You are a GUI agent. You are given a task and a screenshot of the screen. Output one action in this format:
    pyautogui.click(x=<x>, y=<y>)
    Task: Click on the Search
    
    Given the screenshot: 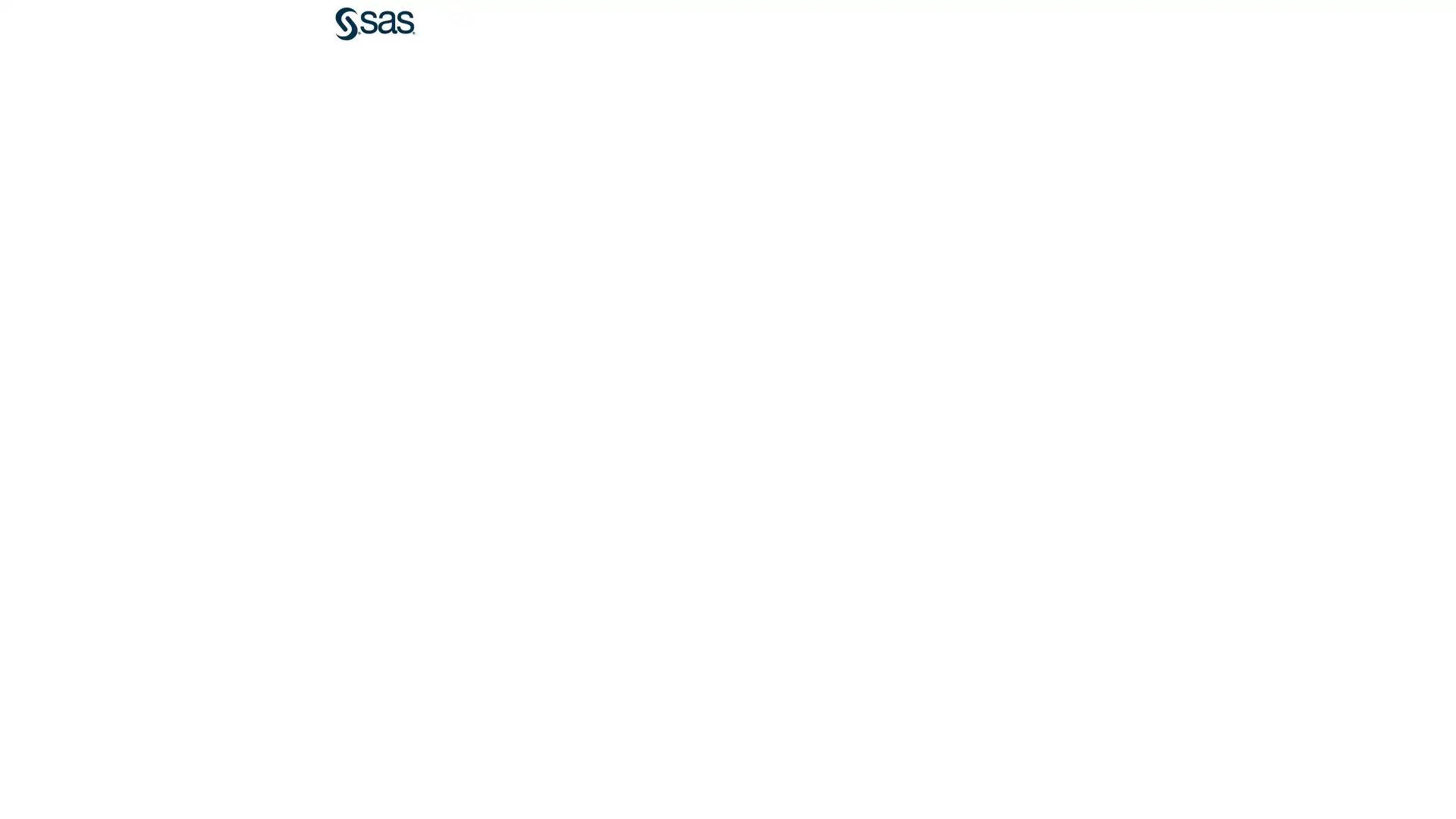 What is the action you would take?
    pyautogui.click(x=1165, y=24)
    